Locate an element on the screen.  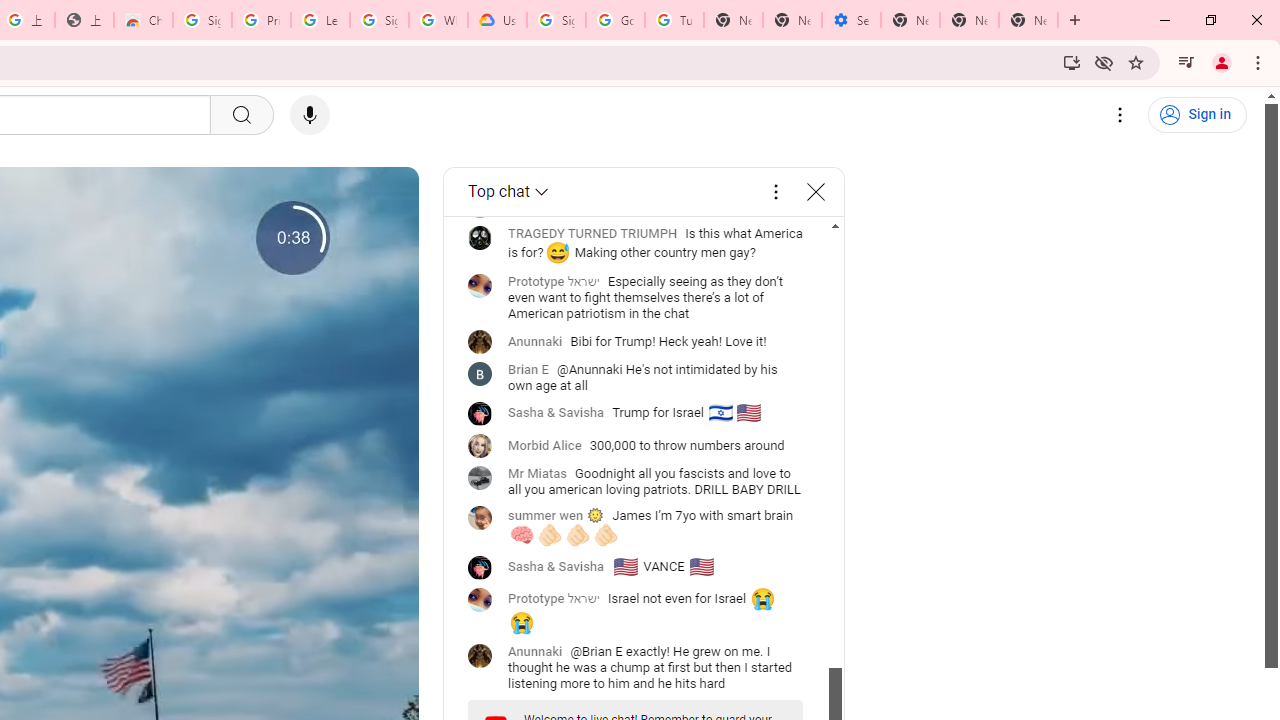
'Turn cookies on or off - Computer - Google Account Help' is located at coordinates (674, 20).